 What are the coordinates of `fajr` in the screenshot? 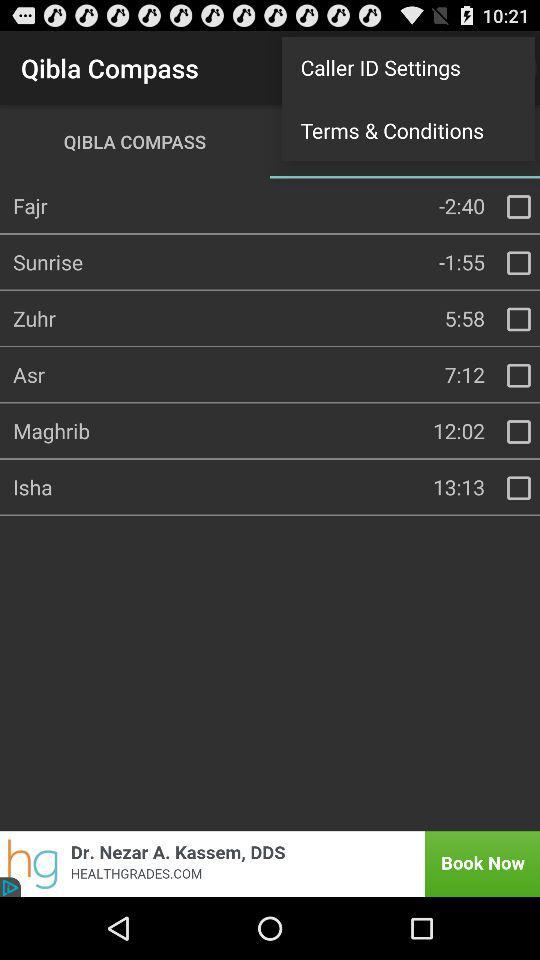 It's located at (518, 206).